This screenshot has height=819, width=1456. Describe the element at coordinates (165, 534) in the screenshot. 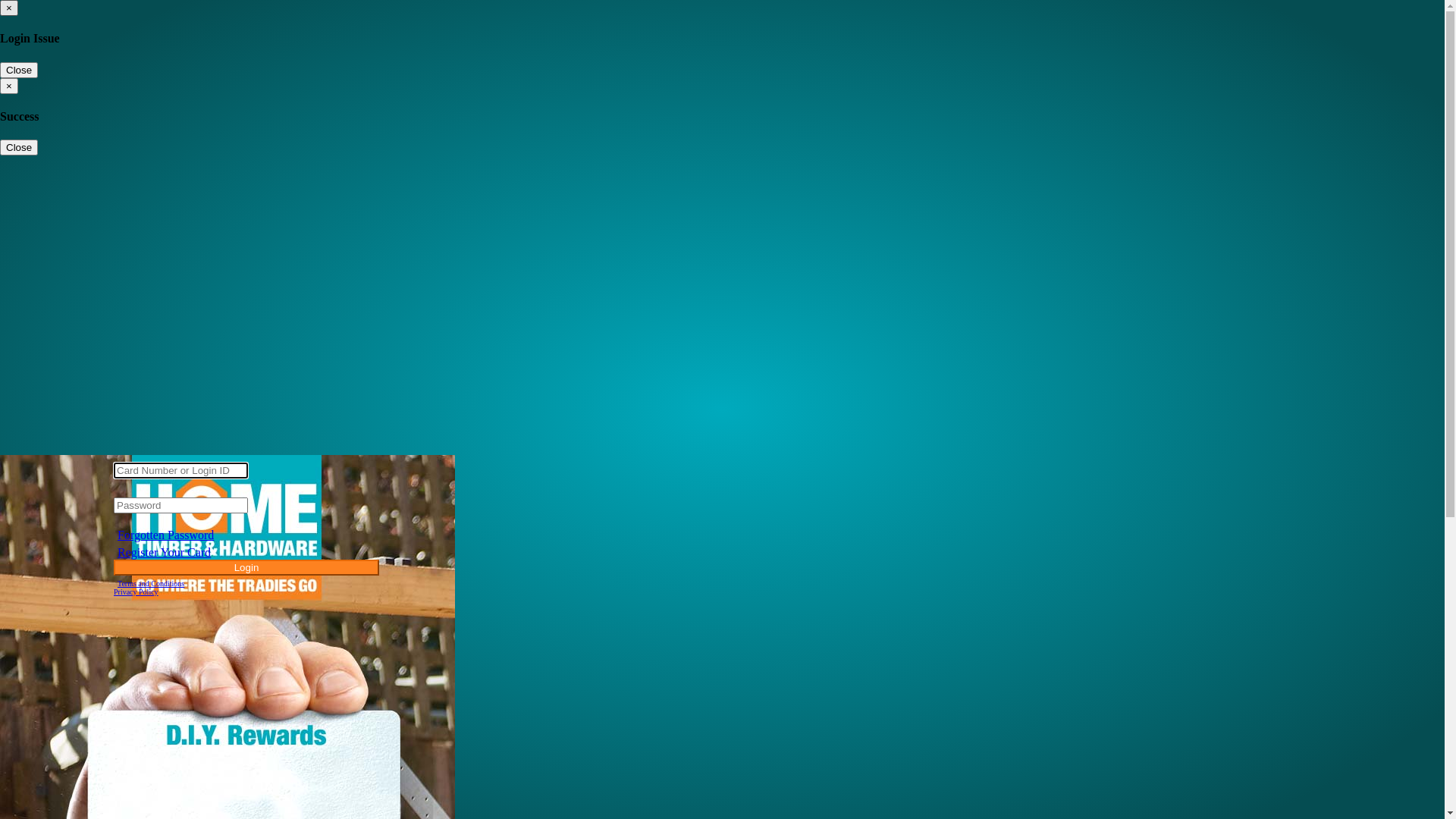

I see `'Forgotten Password'` at that location.